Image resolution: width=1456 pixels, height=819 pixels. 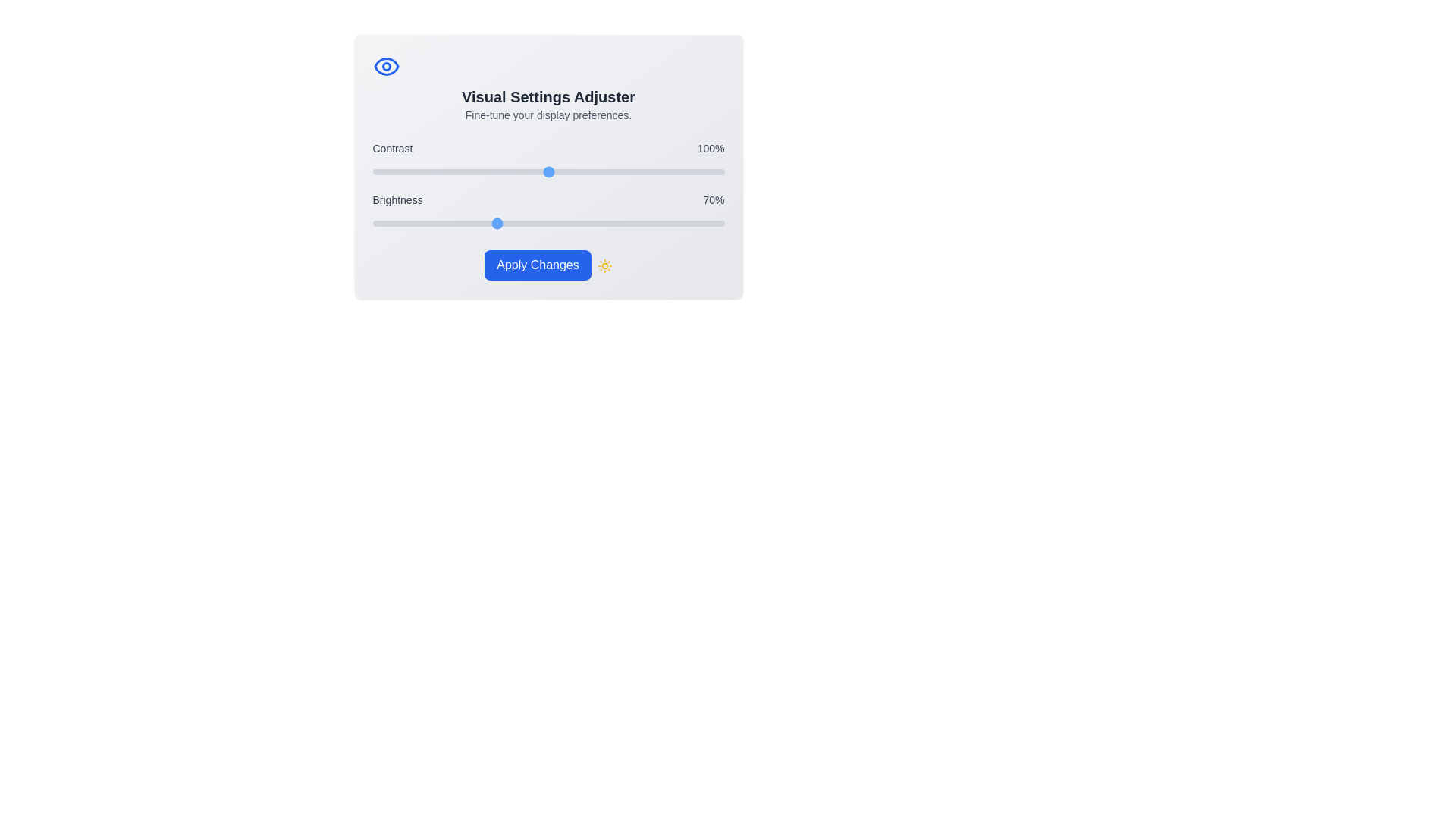 What do you see at coordinates (563, 171) in the screenshot?
I see `the 'Contrast' slider to 109% by dragging the slider to the corresponding position` at bounding box center [563, 171].